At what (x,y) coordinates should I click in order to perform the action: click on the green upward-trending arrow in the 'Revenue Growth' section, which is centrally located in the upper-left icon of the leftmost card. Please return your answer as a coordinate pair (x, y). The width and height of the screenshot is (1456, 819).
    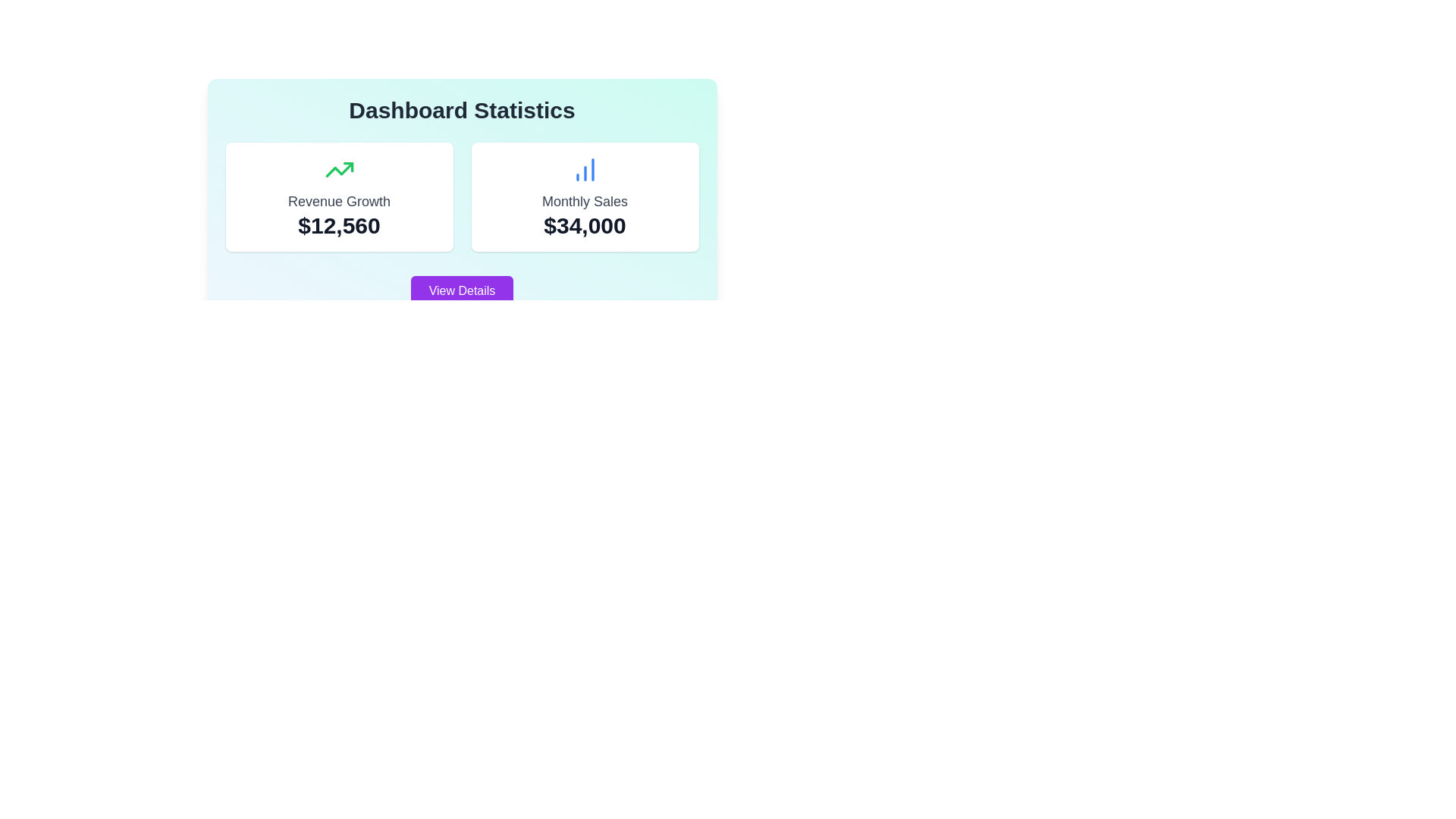
    Looking at the image, I should click on (338, 169).